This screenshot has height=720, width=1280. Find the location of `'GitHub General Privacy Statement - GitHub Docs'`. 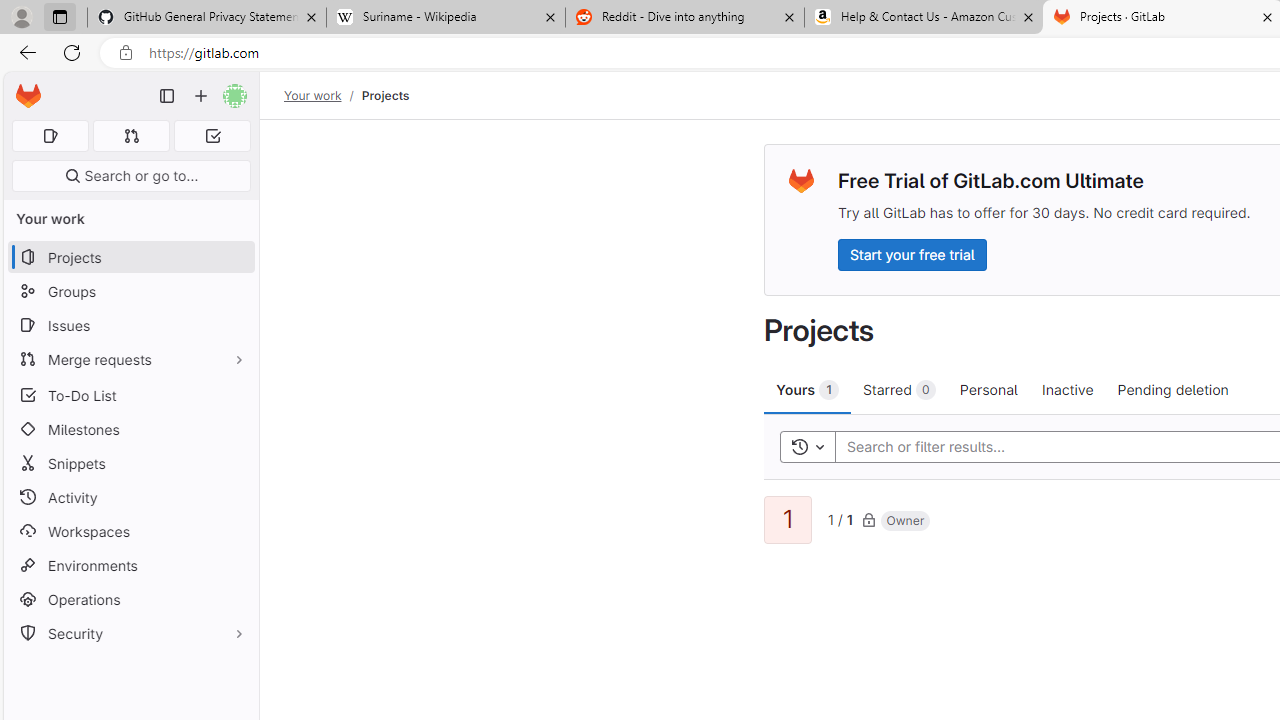

'GitHub General Privacy Statement - GitHub Docs' is located at coordinates (207, 17).